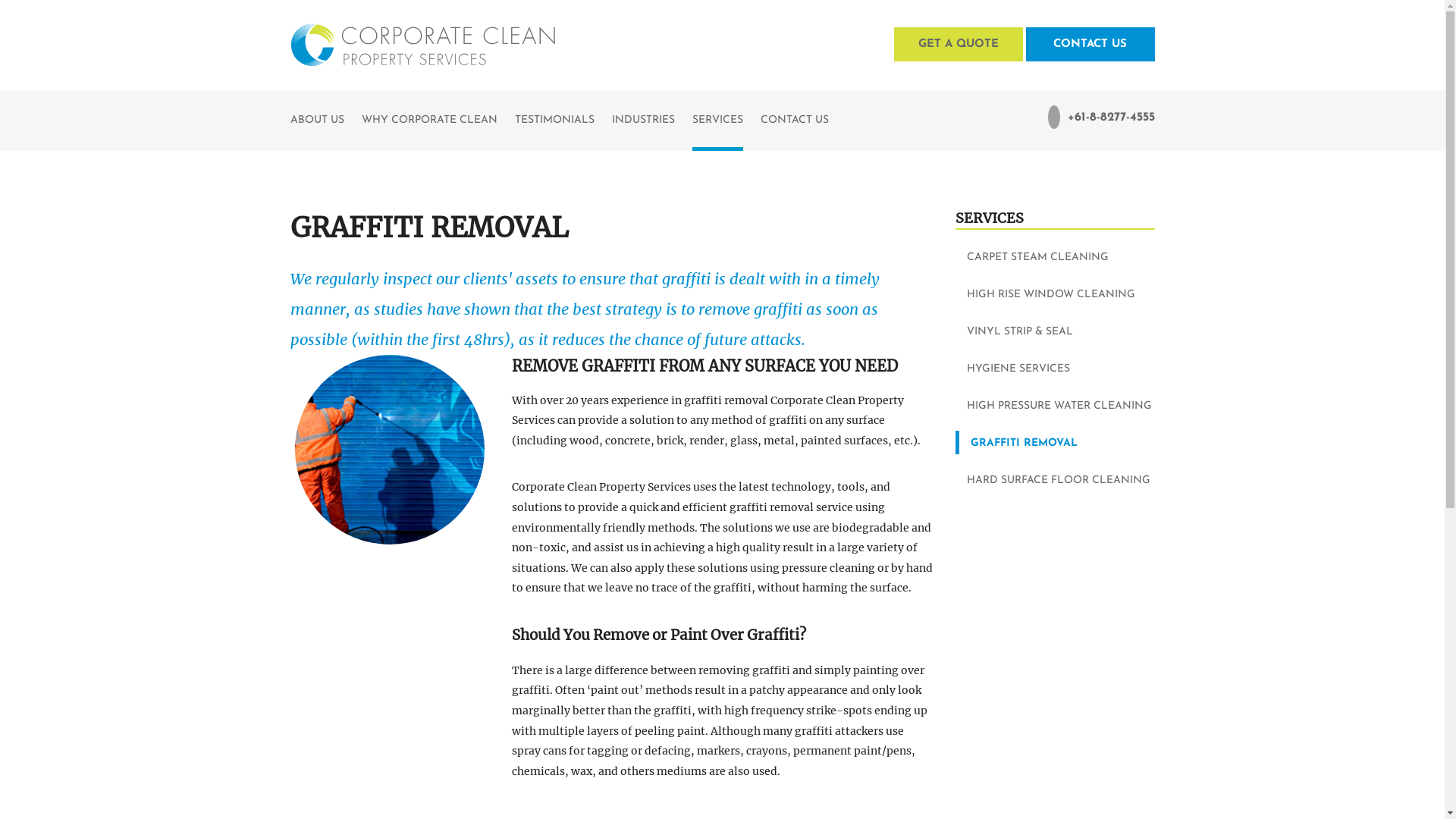 The width and height of the screenshot is (1456, 819). I want to click on 'VINYL STRIP & SEAL', so click(1054, 330).